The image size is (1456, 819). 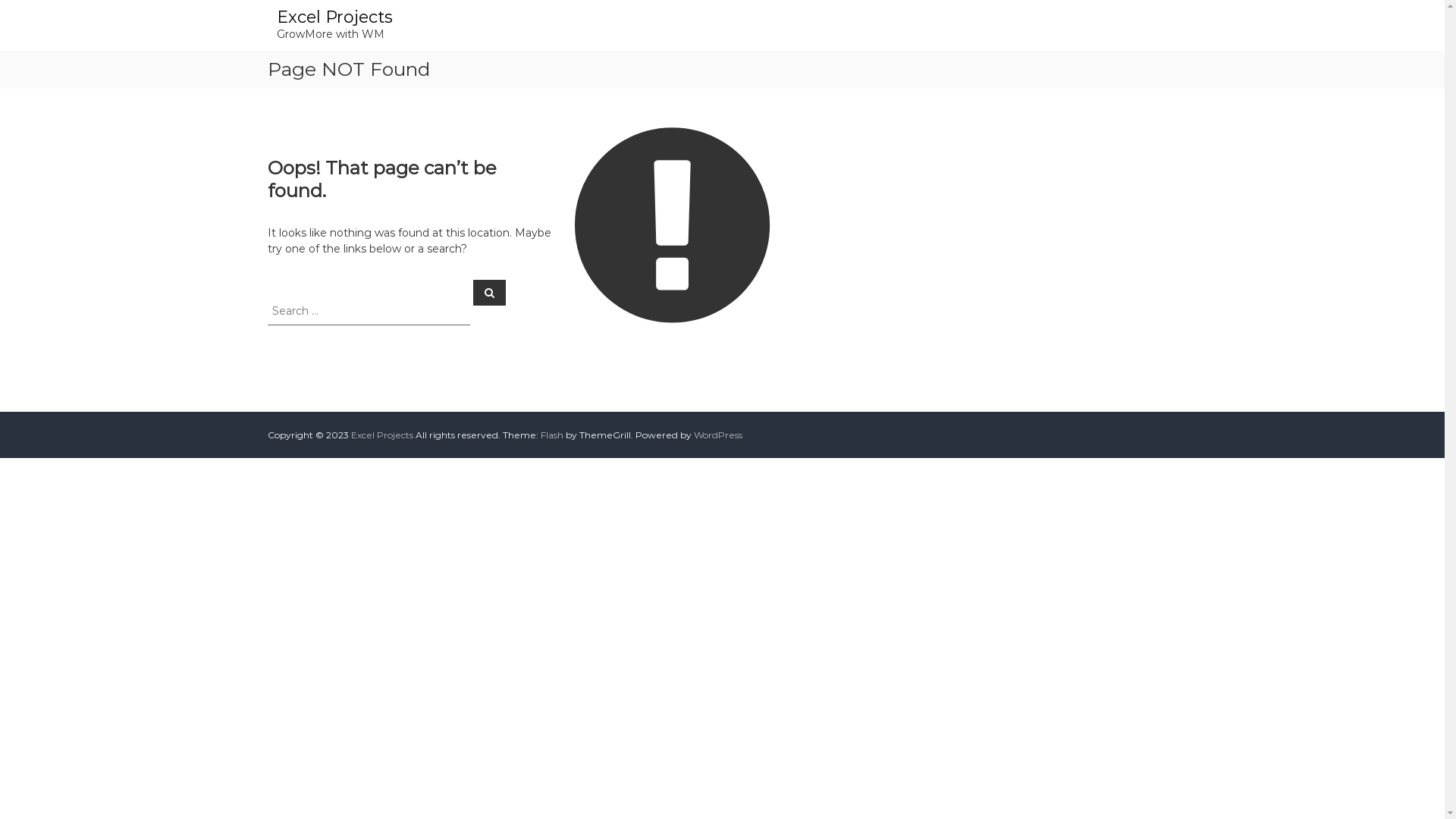 I want to click on 'Excel Projects', so click(x=381, y=435).